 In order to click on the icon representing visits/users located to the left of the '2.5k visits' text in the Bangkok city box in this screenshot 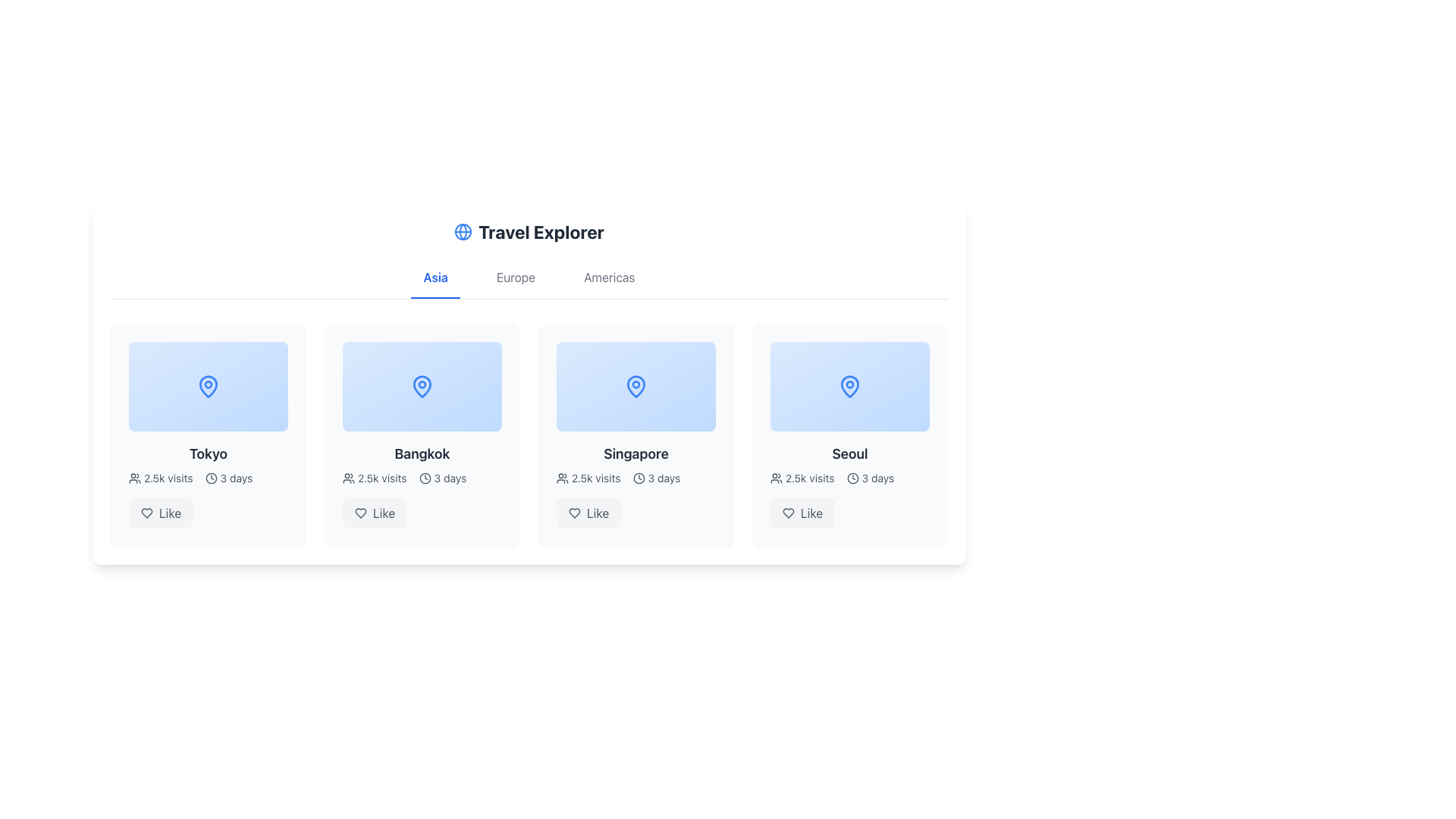, I will do `click(348, 479)`.